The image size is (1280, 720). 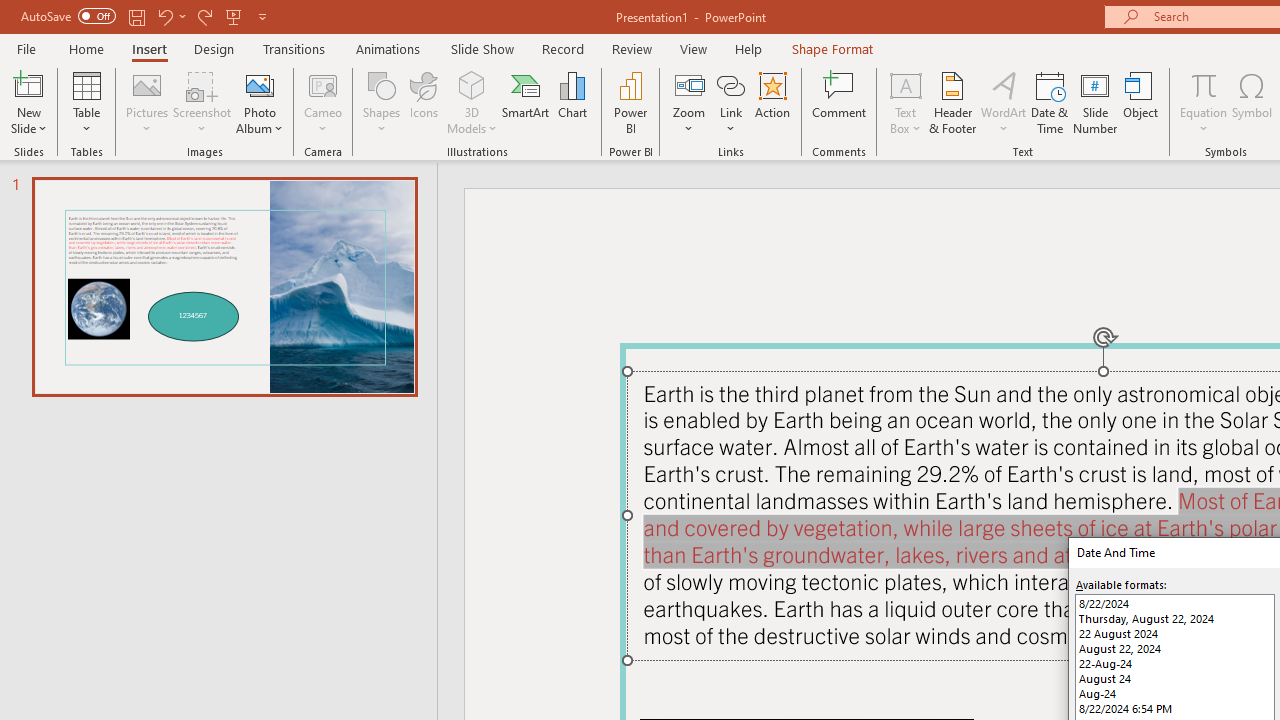 I want to click on 'Review', so click(x=630, y=48).